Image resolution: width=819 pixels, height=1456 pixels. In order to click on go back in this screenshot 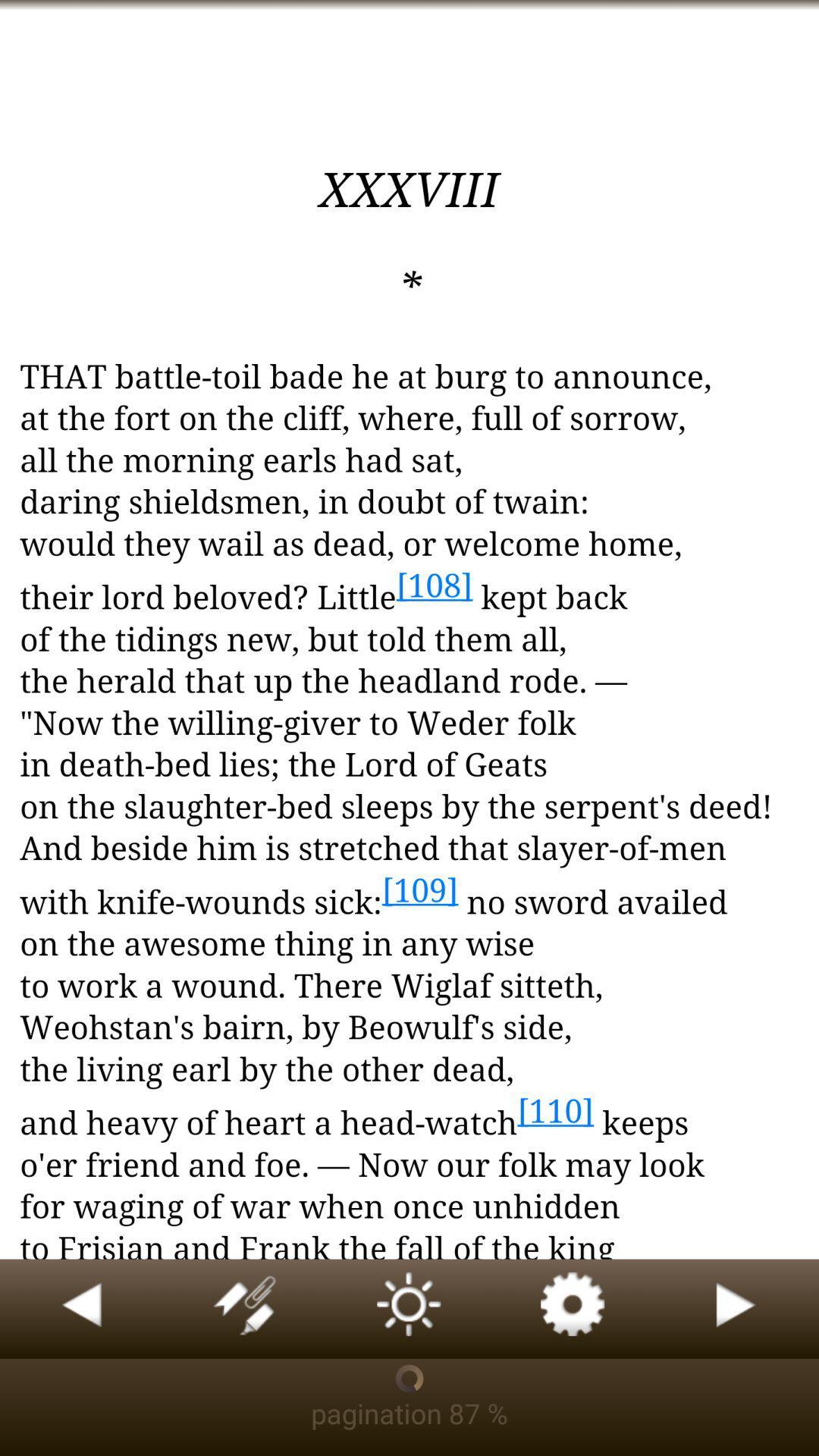, I will do `click(82, 1308)`.